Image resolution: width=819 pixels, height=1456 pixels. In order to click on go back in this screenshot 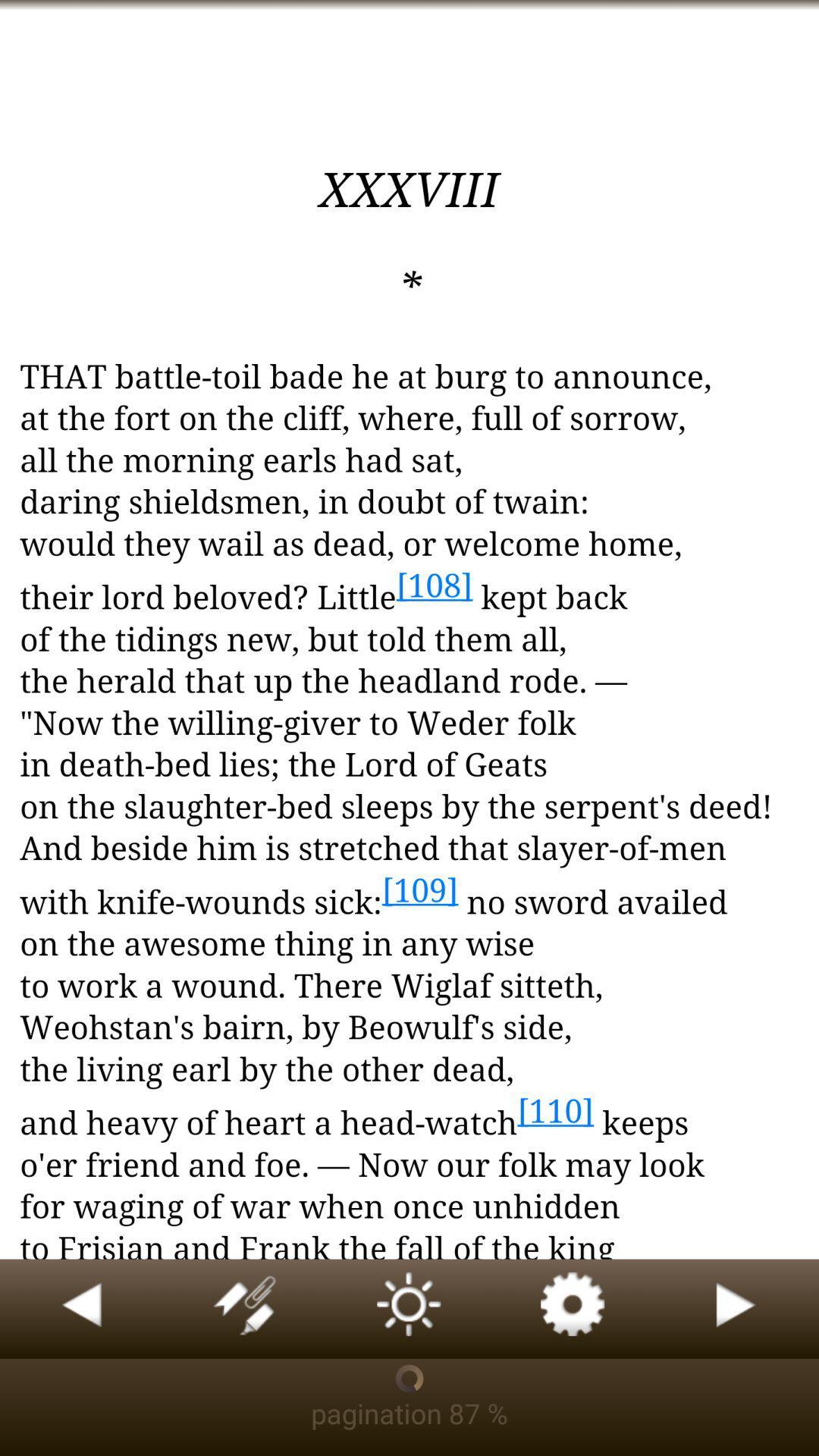, I will do `click(82, 1308)`.